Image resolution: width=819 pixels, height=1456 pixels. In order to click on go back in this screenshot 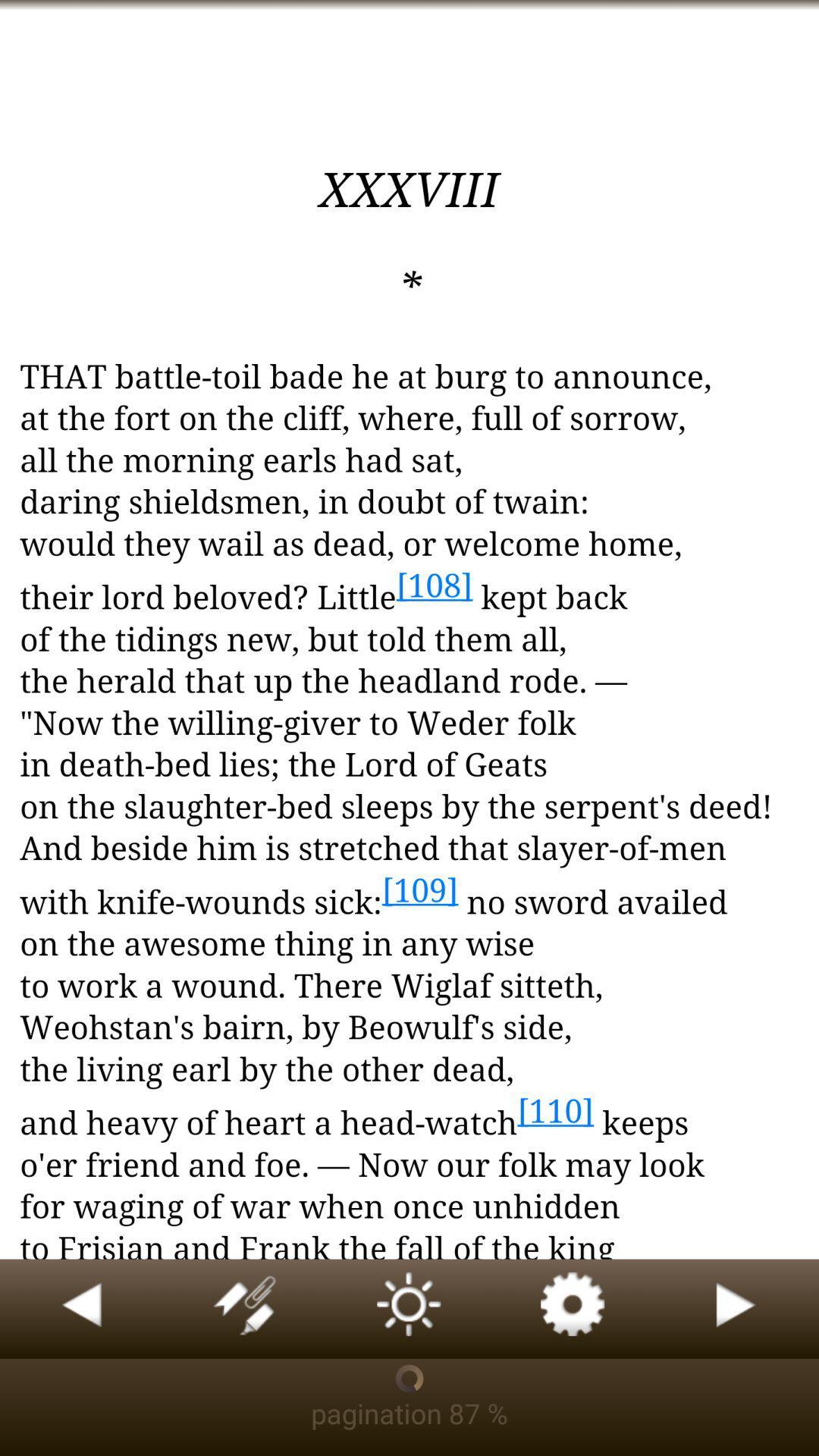, I will do `click(82, 1308)`.